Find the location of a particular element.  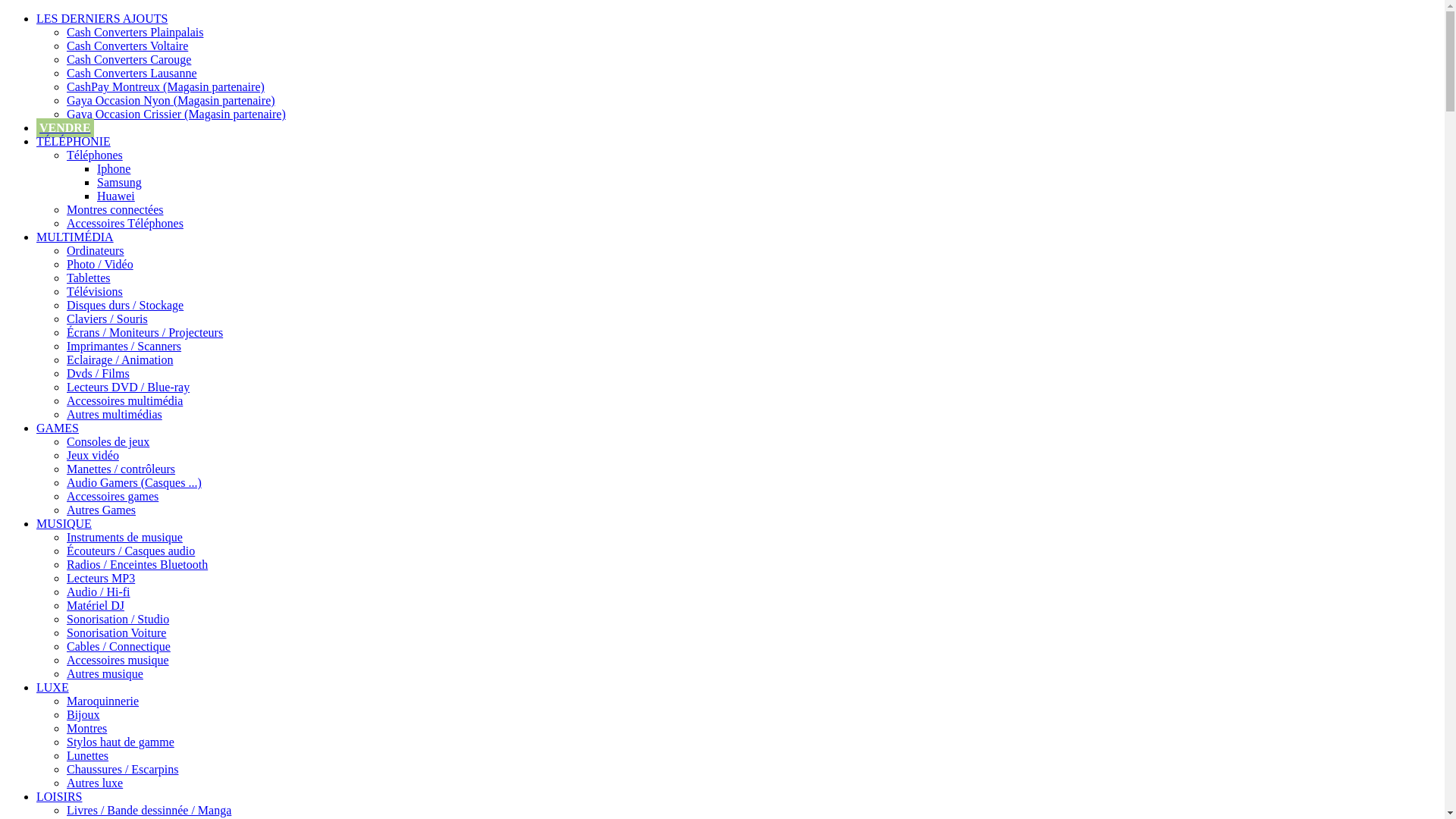

'LOISIRS' is located at coordinates (58, 795).